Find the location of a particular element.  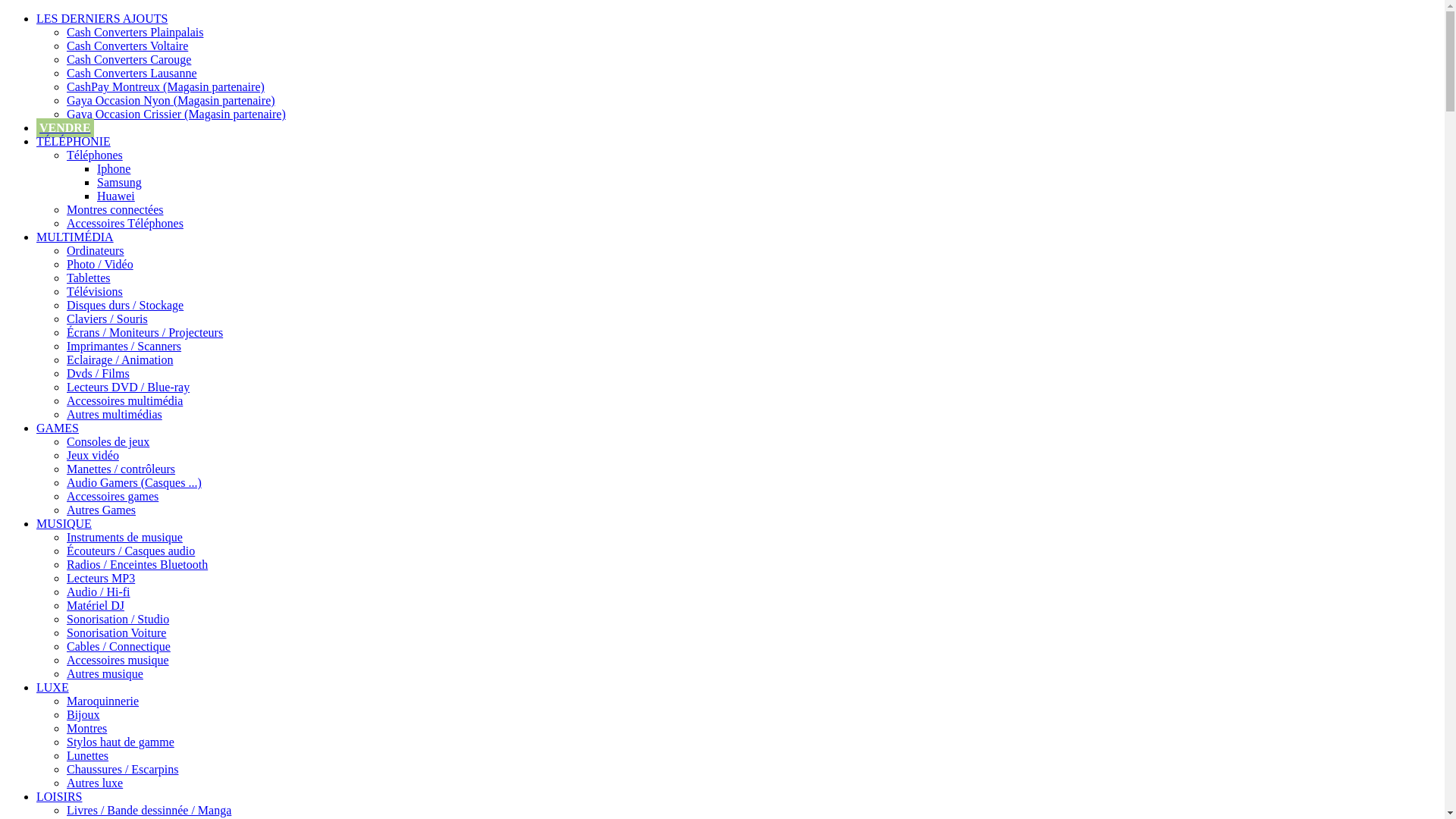

'LOISIRS' is located at coordinates (58, 795).